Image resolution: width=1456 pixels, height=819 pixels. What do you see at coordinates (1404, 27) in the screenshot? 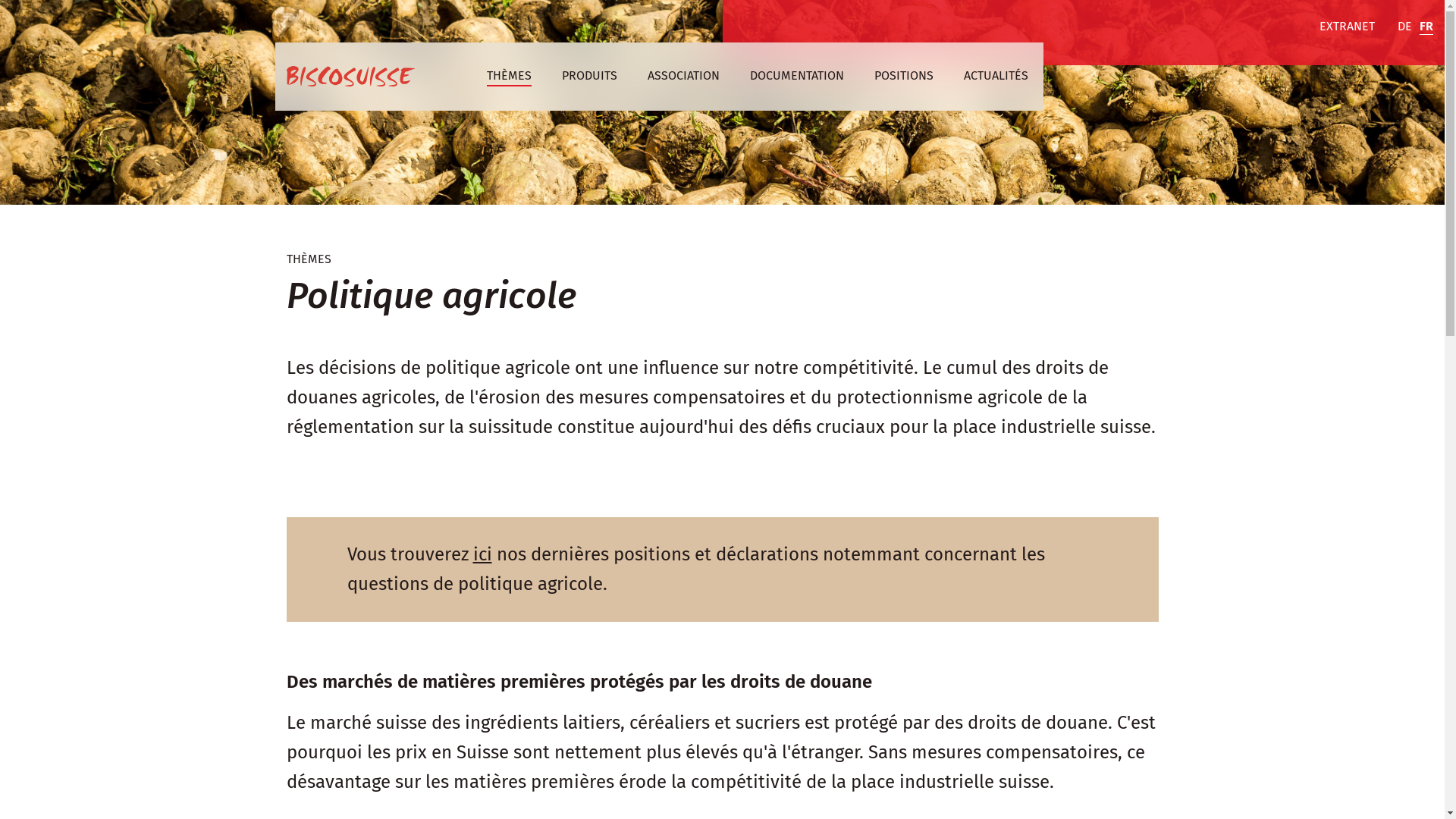
I see `'DE'` at bounding box center [1404, 27].